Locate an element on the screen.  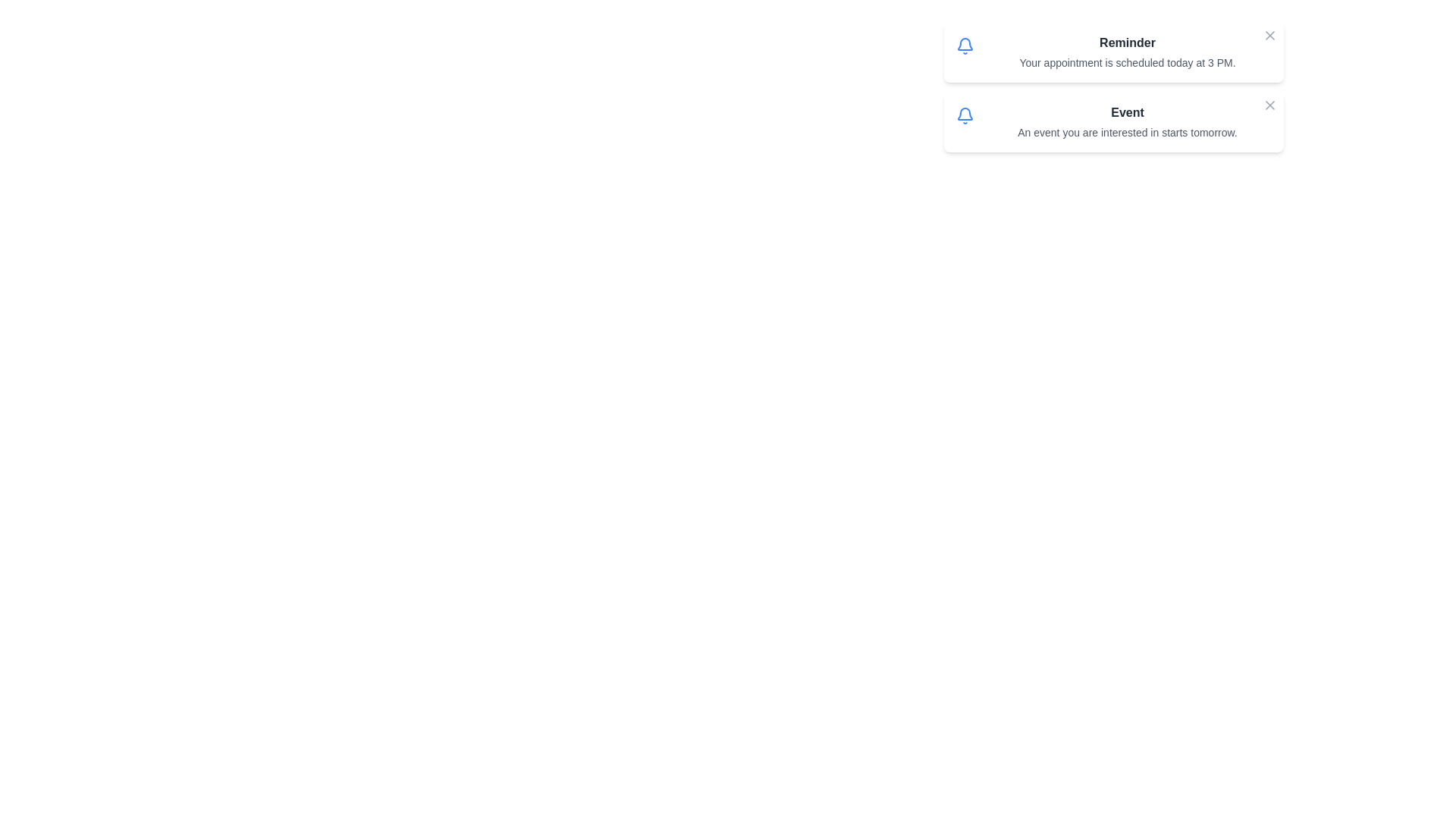
the bell-shaped notification icon located within the notification card that displays the text 'Event' and 'An event you are interested in starts tomorrow.' is located at coordinates (964, 115).